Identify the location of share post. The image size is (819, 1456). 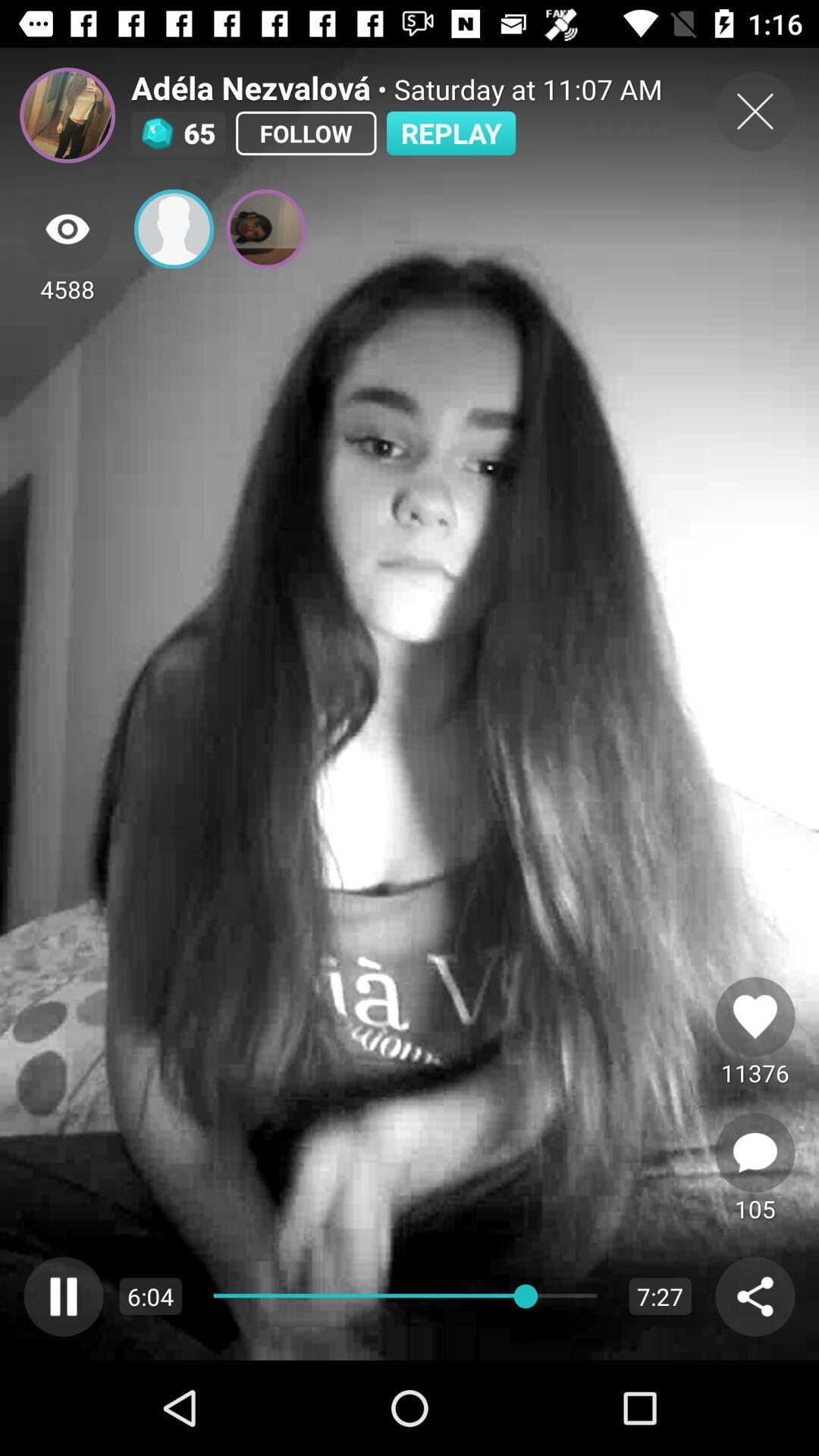
(755, 1295).